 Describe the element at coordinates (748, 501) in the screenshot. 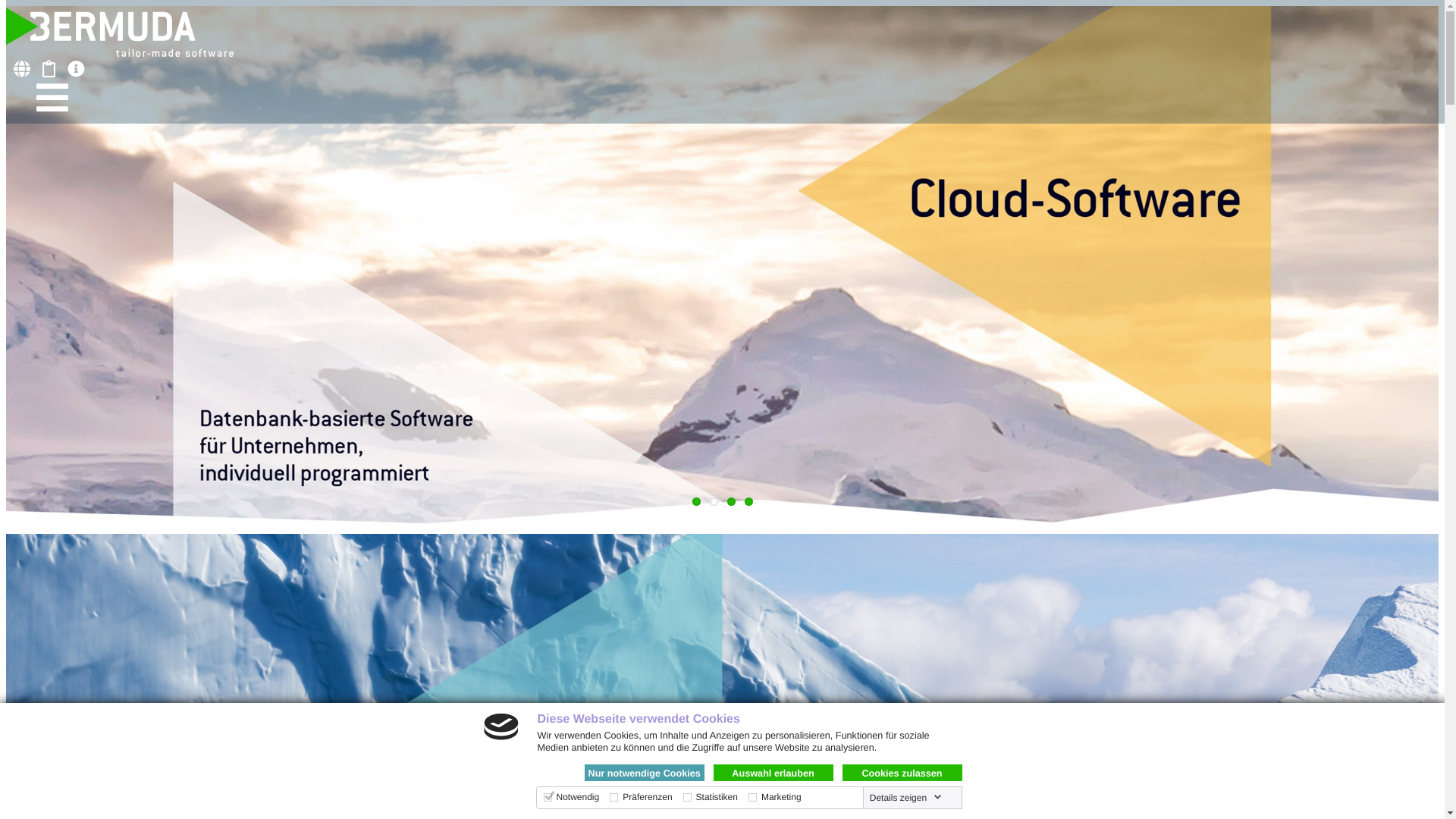

I see `'4'` at that location.